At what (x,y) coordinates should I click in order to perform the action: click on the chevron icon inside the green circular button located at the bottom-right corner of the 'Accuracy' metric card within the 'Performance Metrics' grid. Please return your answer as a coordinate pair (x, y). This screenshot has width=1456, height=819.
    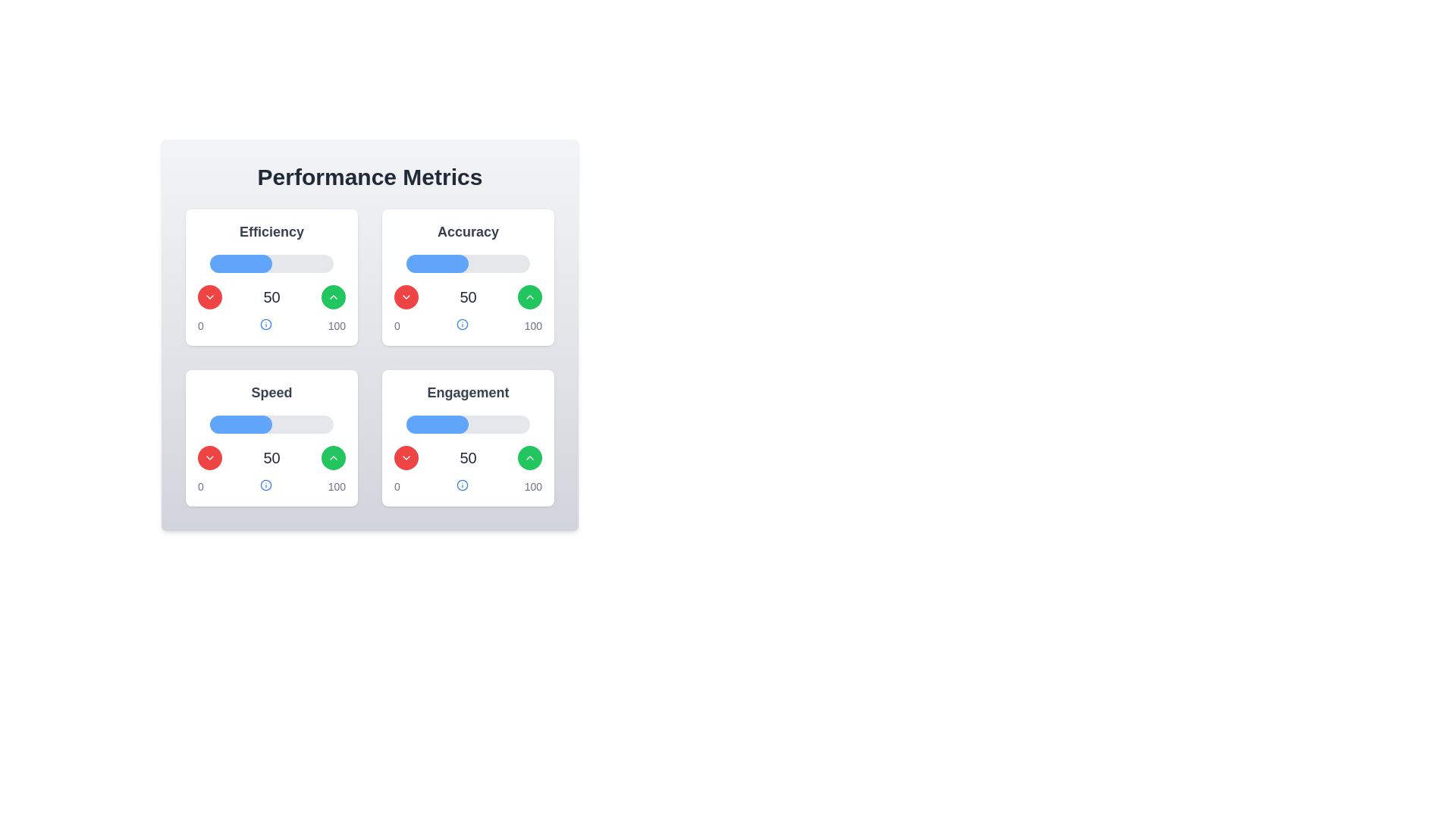
    Looking at the image, I should click on (530, 297).